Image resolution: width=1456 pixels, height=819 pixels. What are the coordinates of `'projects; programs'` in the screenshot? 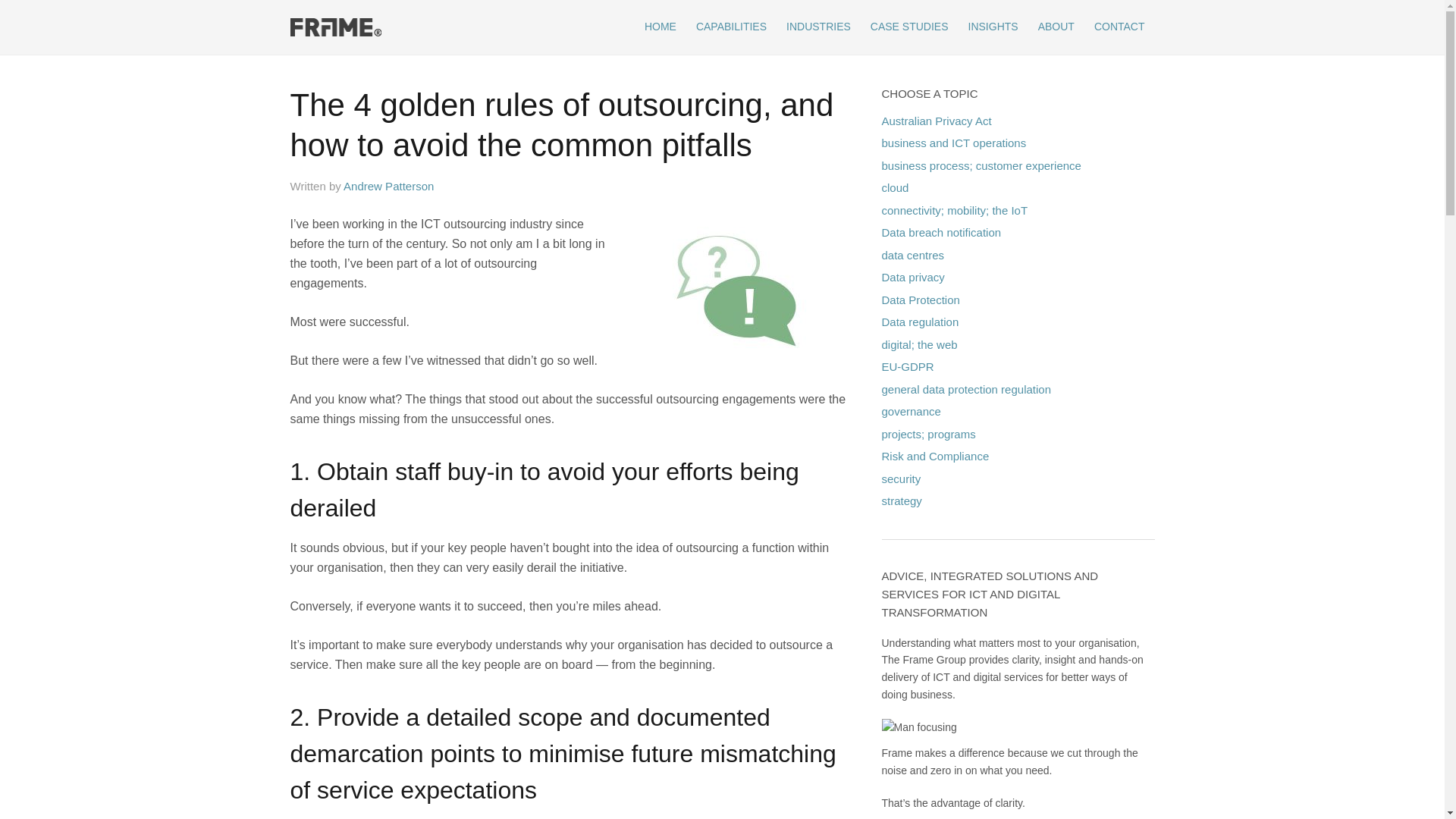 It's located at (927, 434).